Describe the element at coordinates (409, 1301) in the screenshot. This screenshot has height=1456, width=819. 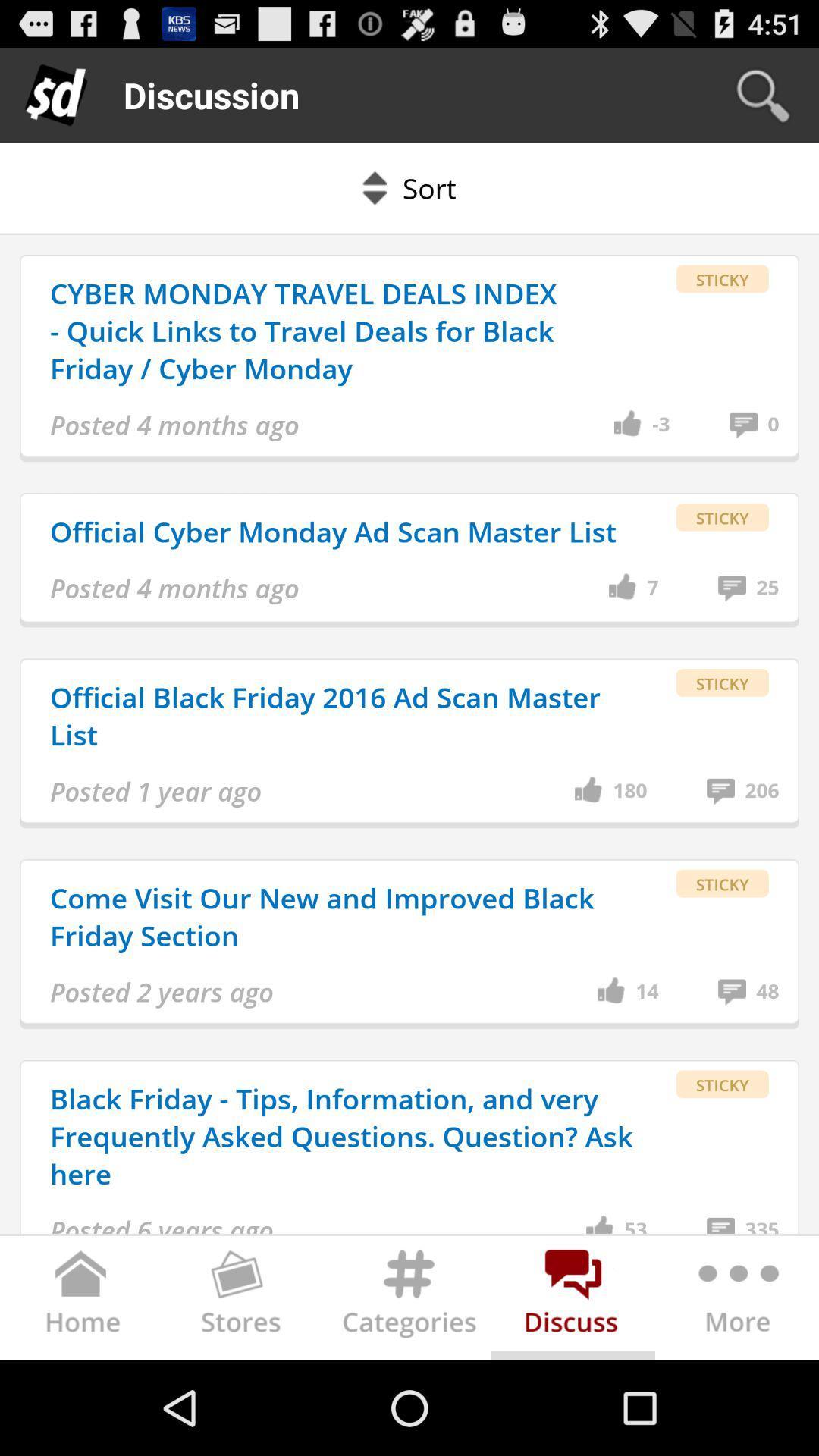
I see `categories` at that location.